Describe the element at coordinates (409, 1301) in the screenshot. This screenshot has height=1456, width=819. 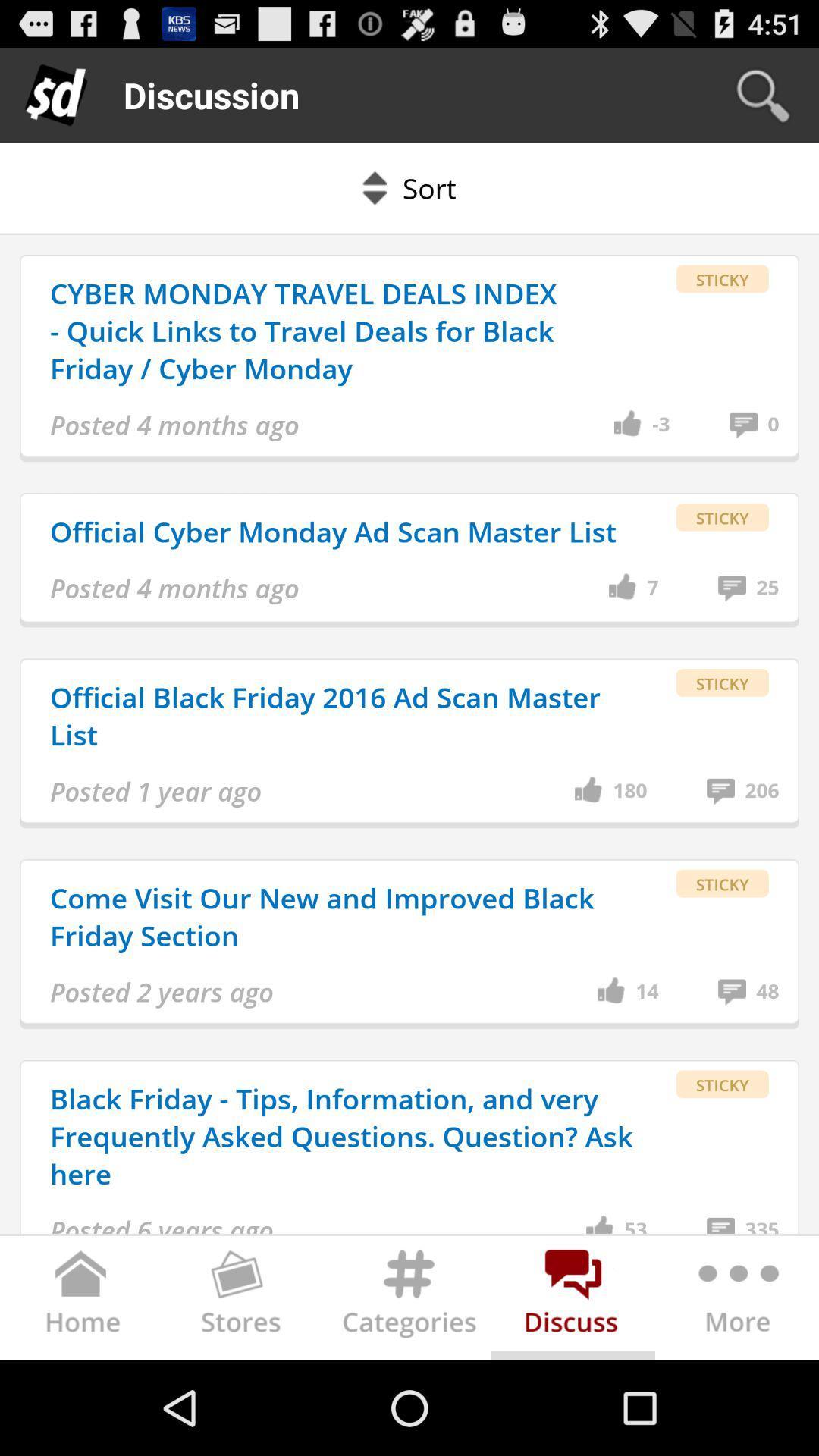
I see `categories` at that location.